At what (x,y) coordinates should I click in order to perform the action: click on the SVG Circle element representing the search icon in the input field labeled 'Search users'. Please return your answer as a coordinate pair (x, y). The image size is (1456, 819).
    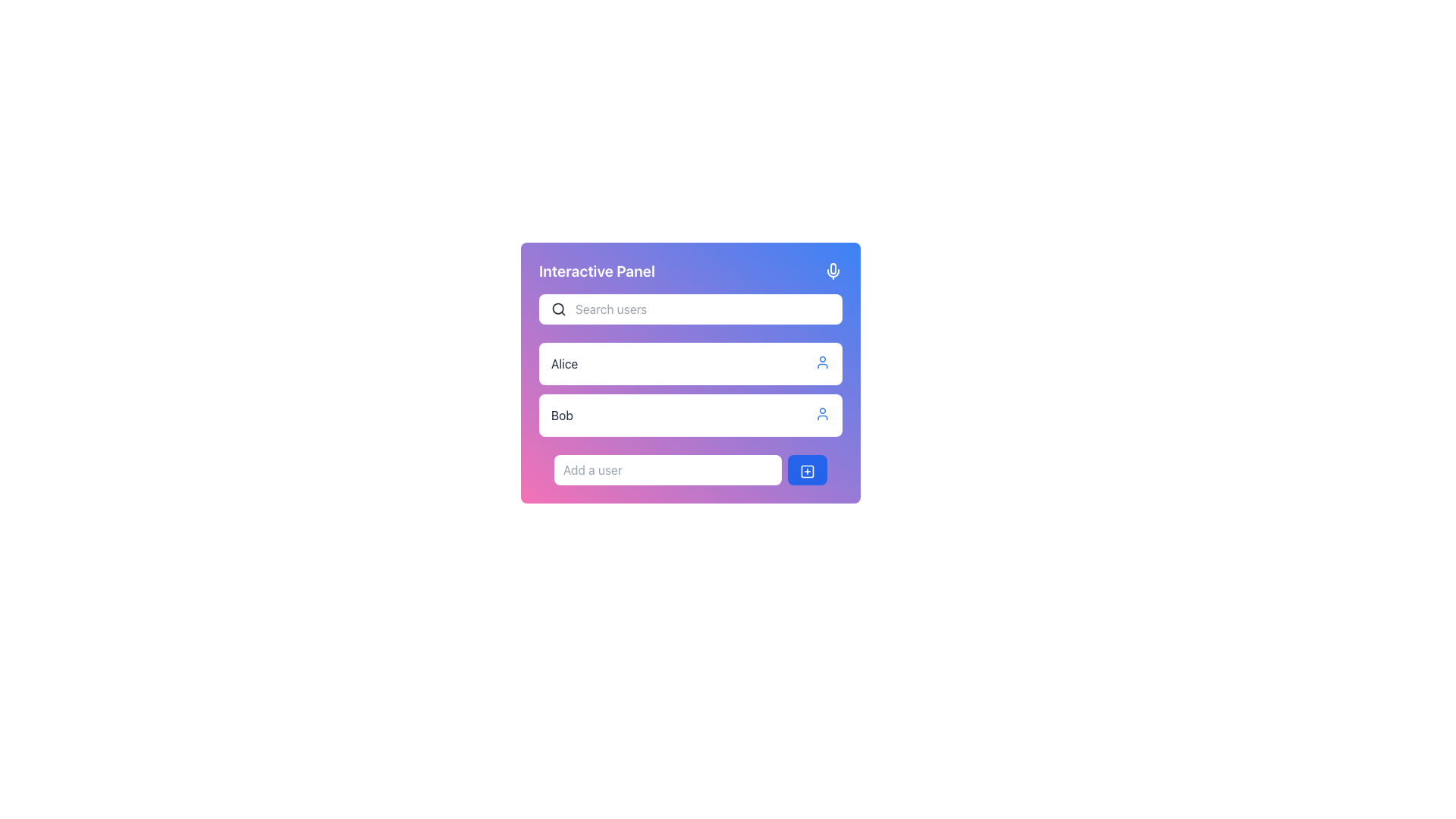
    Looking at the image, I should click on (557, 308).